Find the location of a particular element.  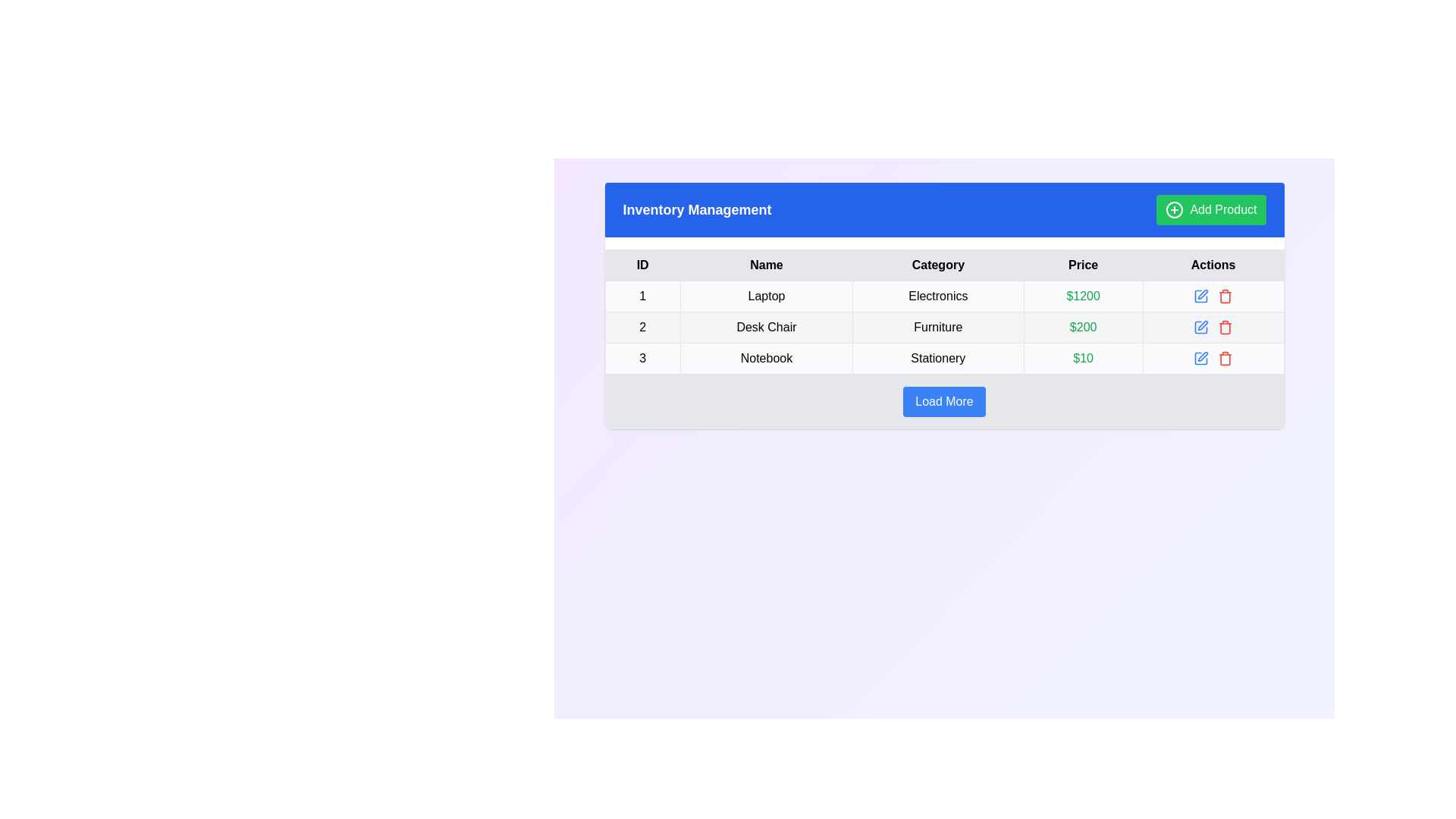

the third row in the Inventory Management table, which displays item details including ID, name, category, and price is located at coordinates (943, 359).